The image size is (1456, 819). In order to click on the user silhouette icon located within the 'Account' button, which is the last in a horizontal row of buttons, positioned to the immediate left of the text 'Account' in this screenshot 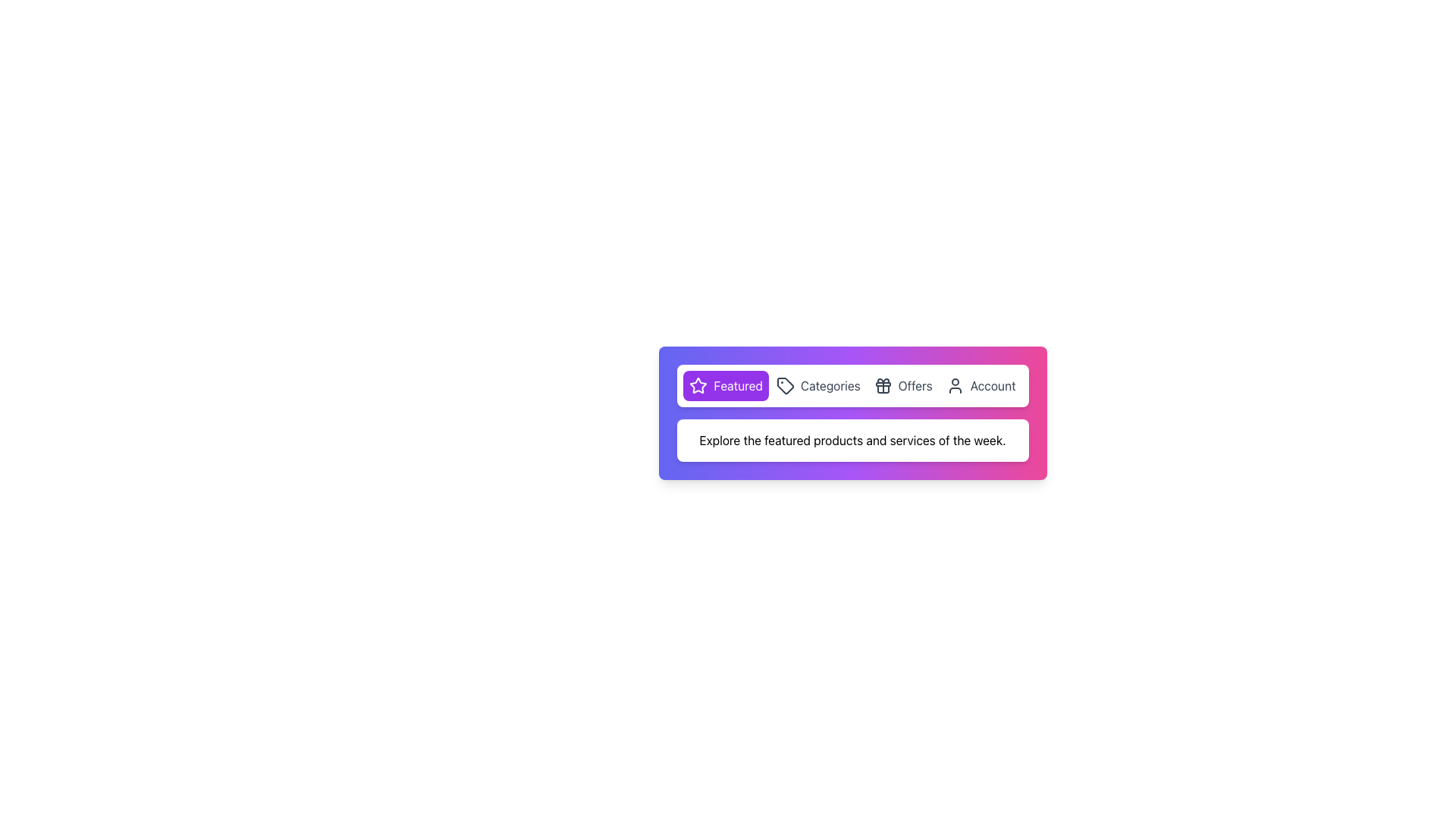, I will do `click(954, 385)`.